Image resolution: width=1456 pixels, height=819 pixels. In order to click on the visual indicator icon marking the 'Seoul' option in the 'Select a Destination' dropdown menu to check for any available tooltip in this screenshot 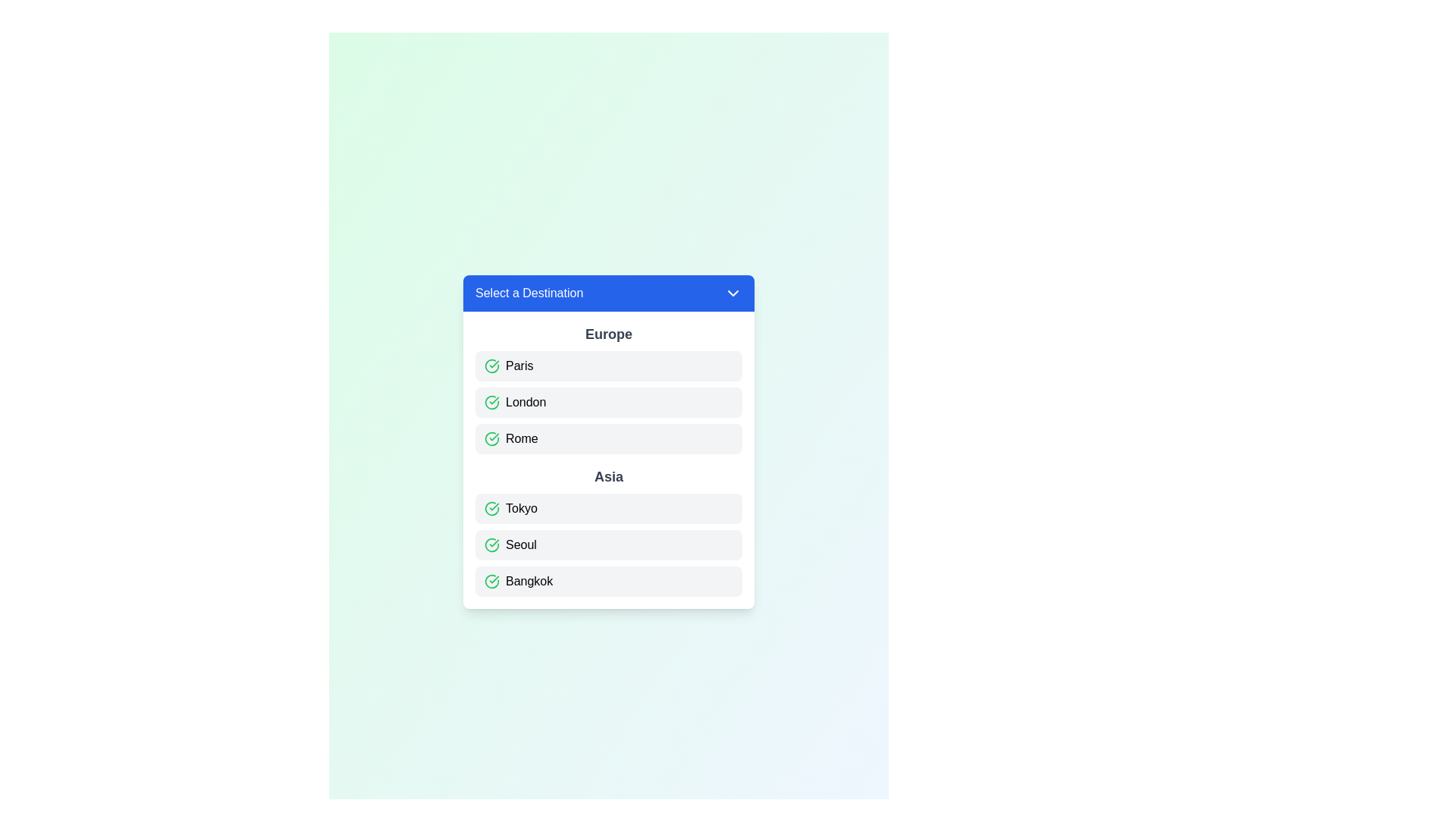, I will do `click(491, 544)`.